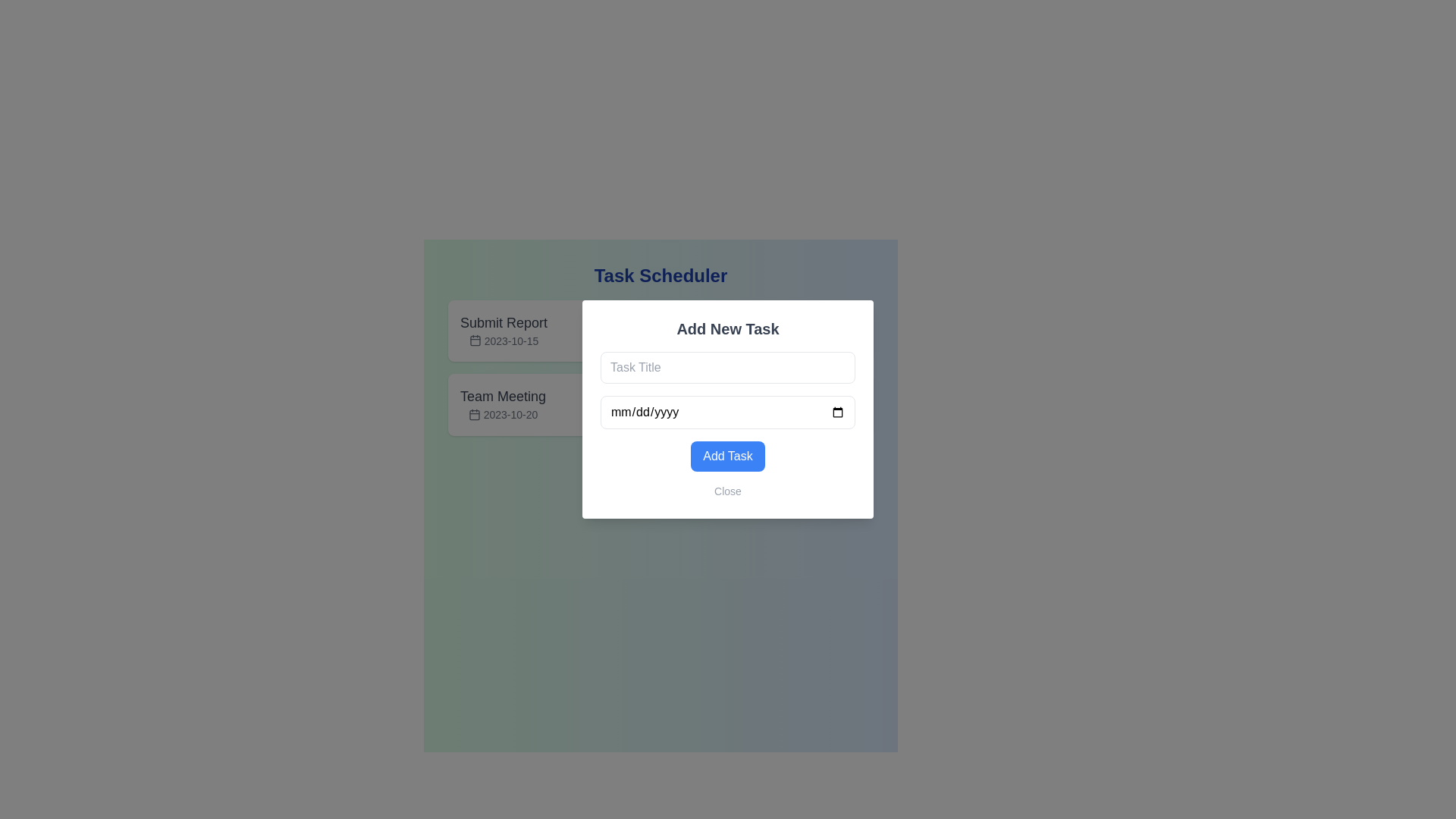 This screenshot has height=819, width=1456. I want to click on the static text element displaying 'Team Meeting' in bold, located in the left panel of the 'Task Scheduler' interface, so click(503, 396).